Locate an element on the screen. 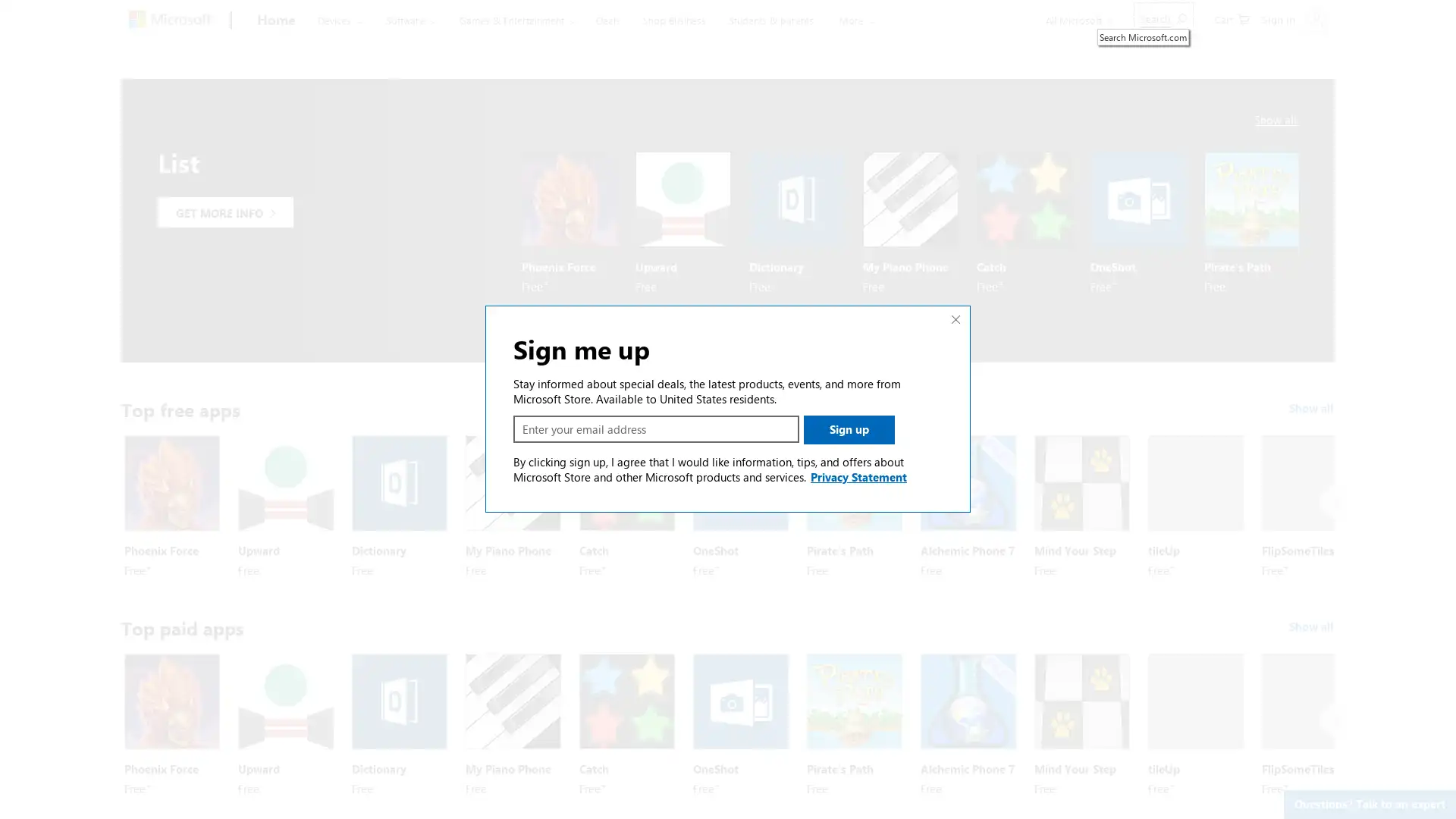  Devices is located at coordinates (338, 20).